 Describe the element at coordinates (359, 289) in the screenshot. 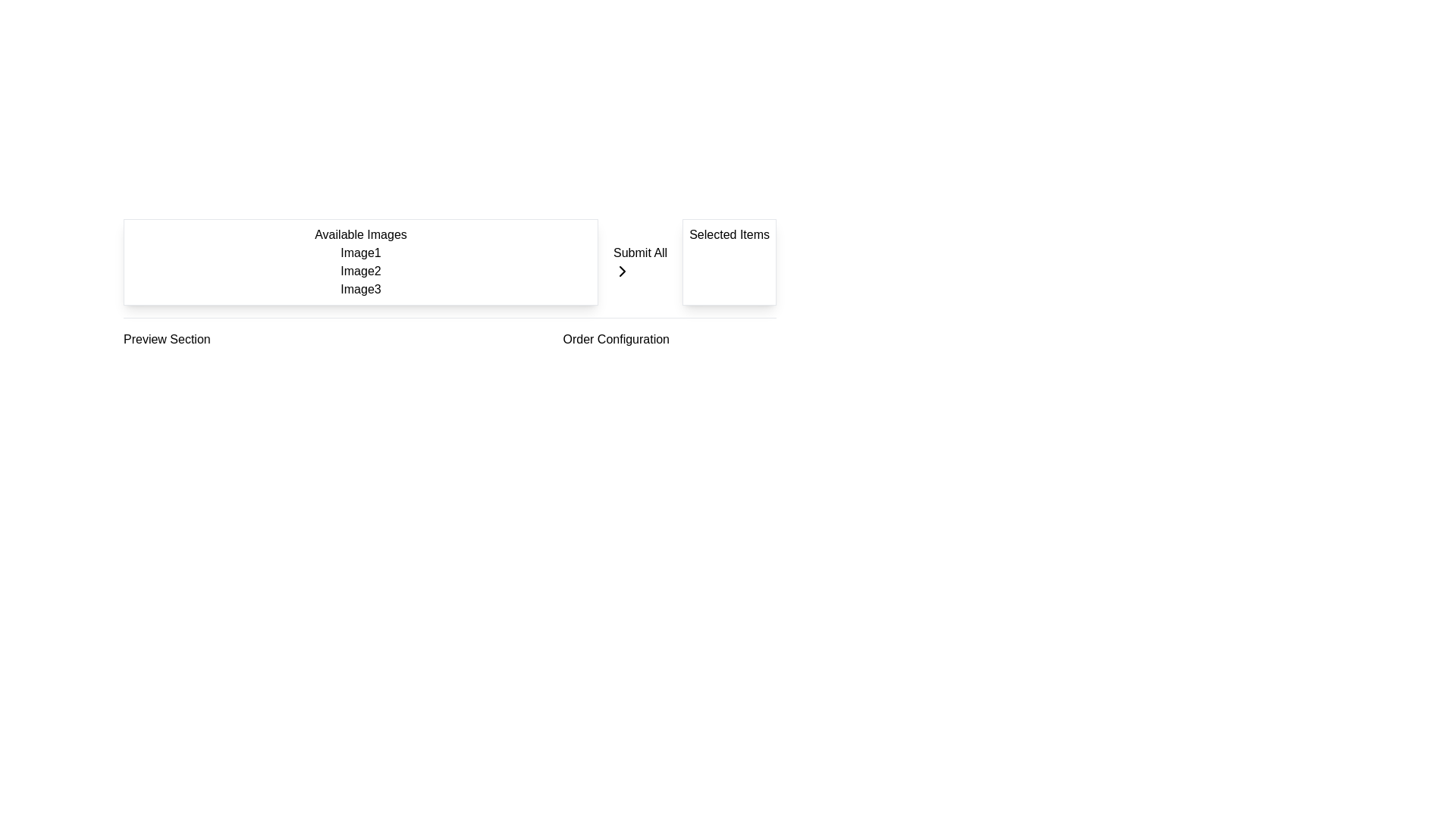

I see `the image Image3 in the 'Available Images' list` at that location.